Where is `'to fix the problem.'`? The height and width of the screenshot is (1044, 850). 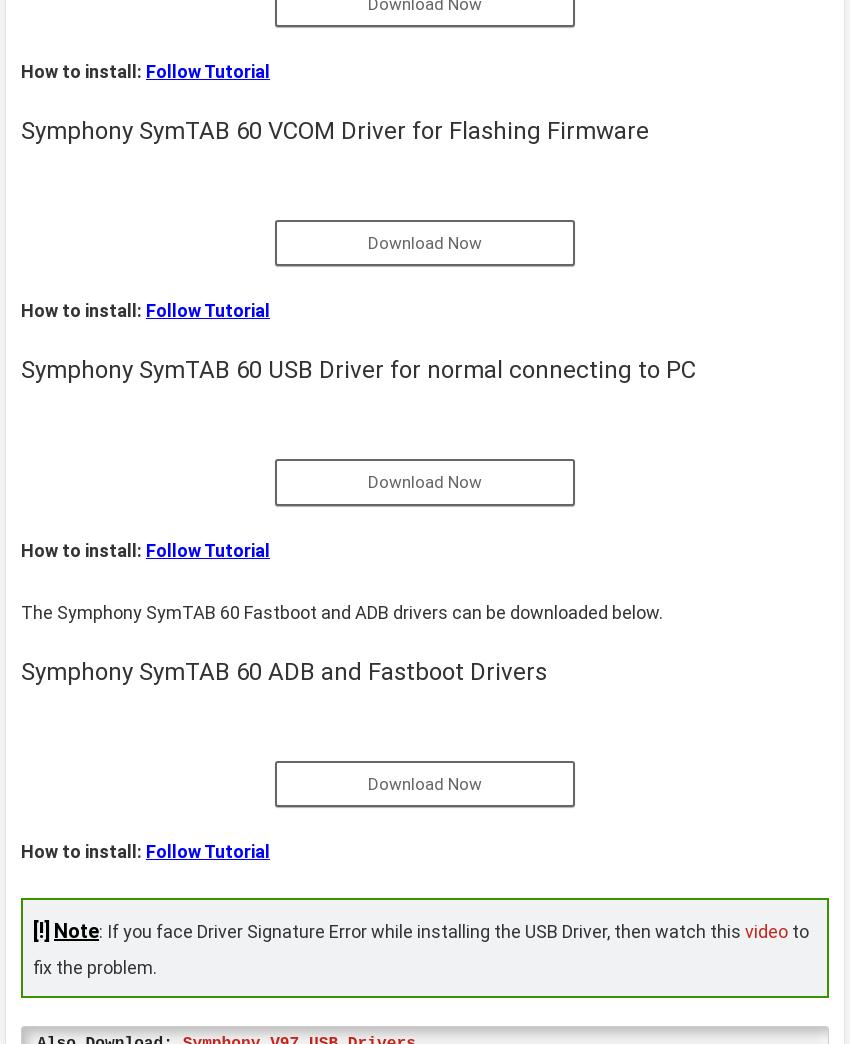
'to fix the problem.' is located at coordinates (421, 947).